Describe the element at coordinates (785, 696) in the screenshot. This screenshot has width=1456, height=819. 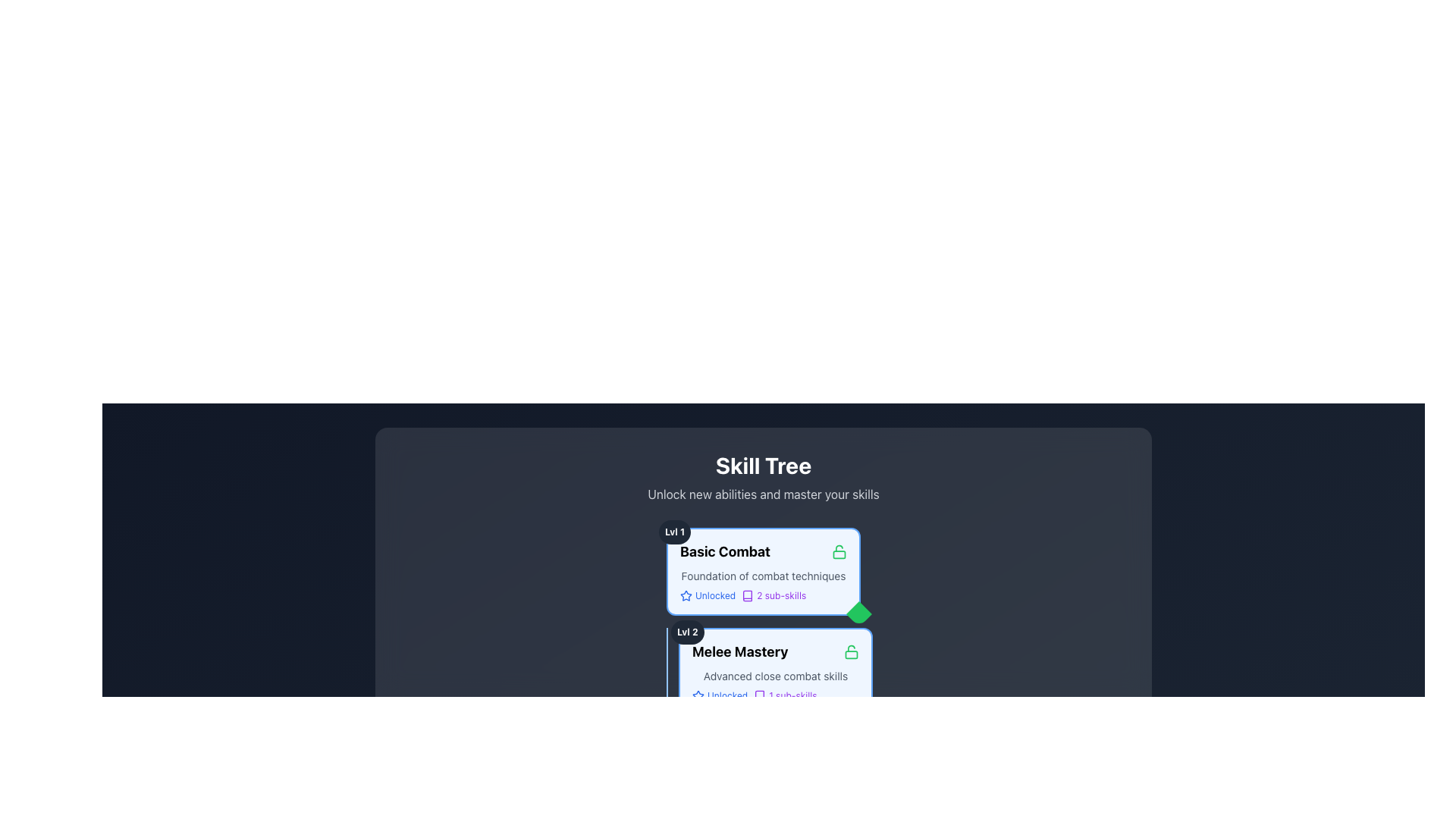
I see `the text label '1 sub-skills' with a small book icon, which is located within the 'Melee Mastery' card, positioned below the 'Unlocked' status` at that location.